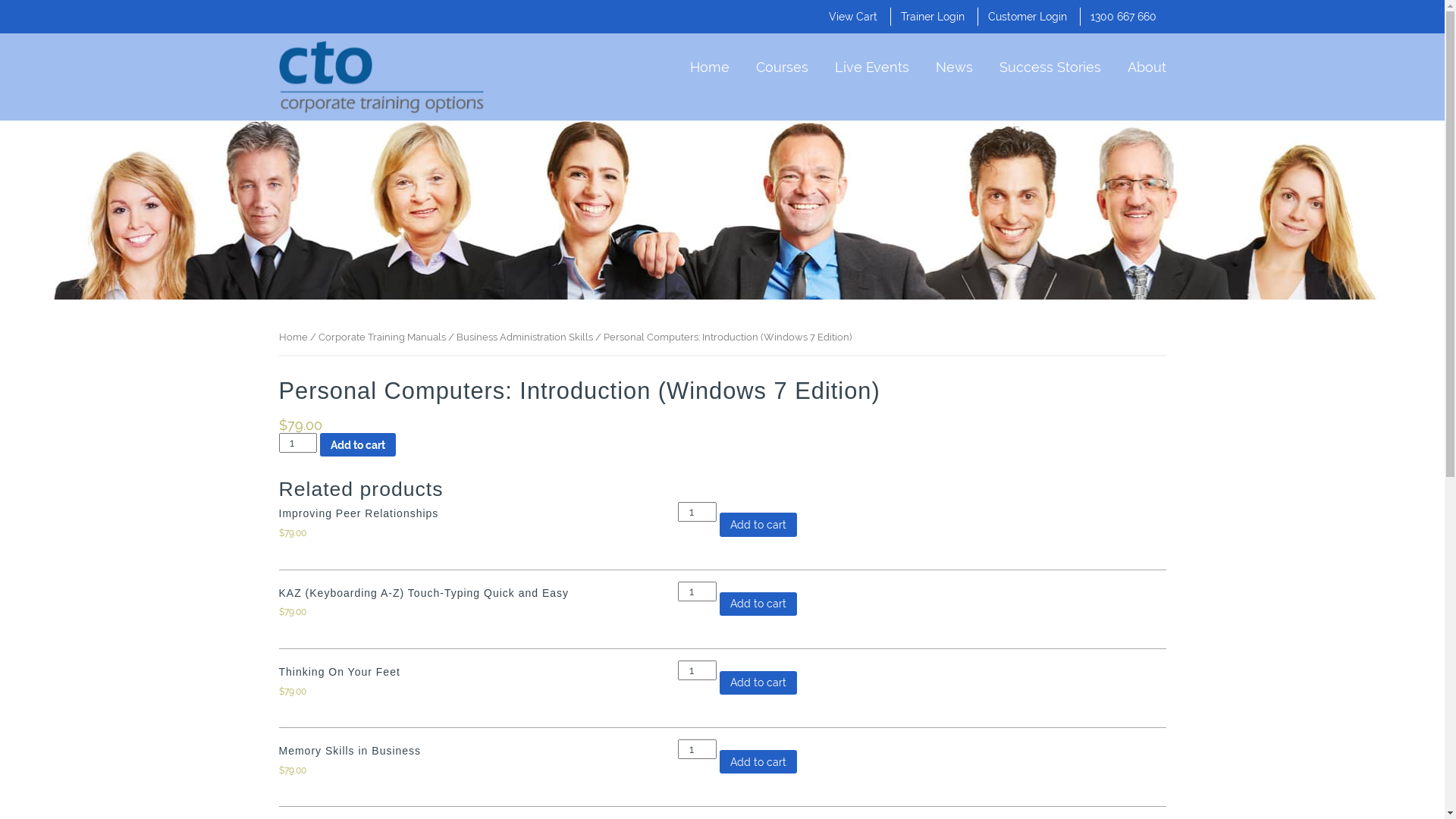  Describe the element at coordinates (455, 336) in the screenshot. I see `'Business Administration Skills'` at that location.